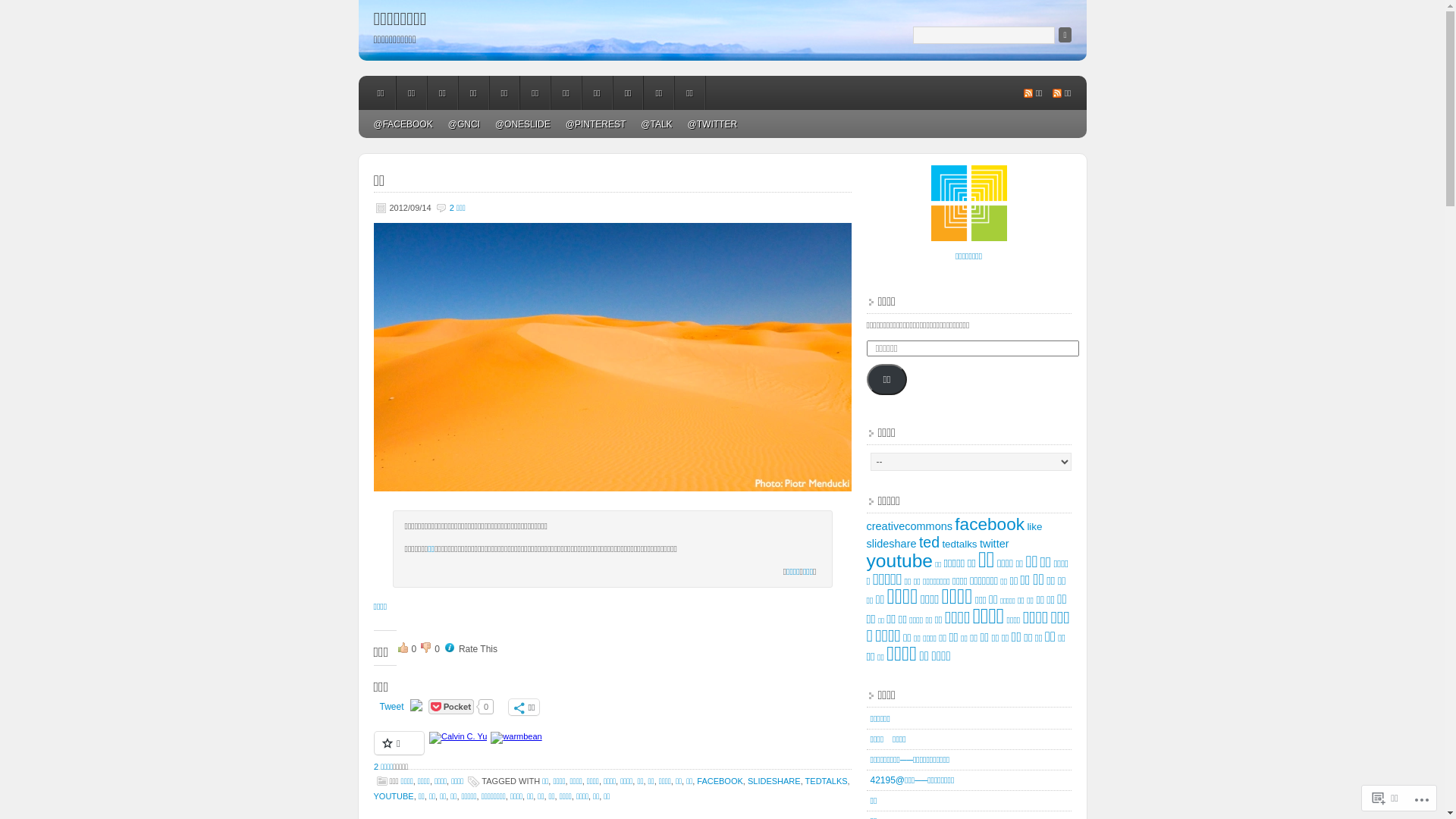  Describe the element at coordinates (825, 780) in the screenshot. I see `'TEDTALKS'` at that location.